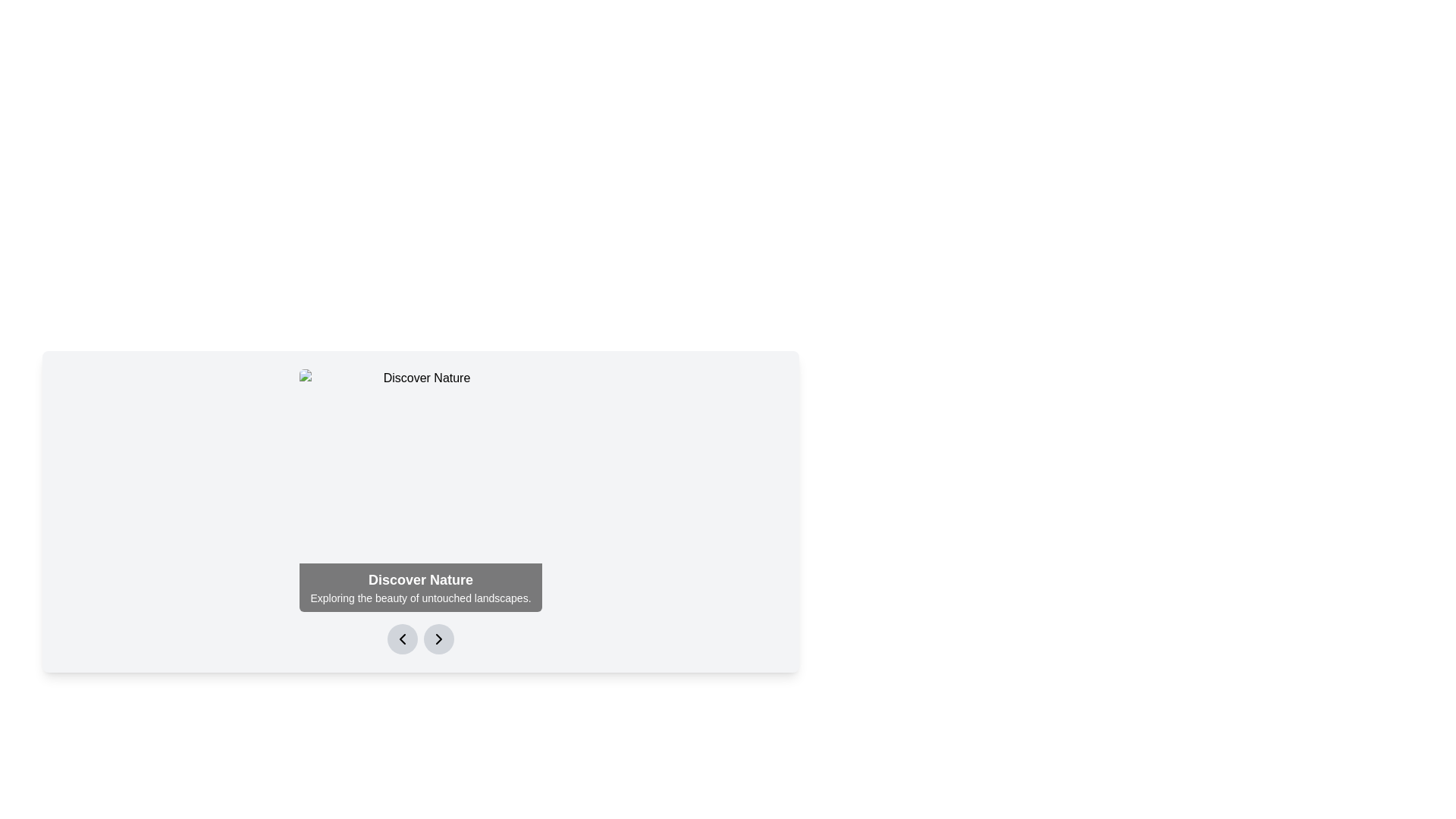 Image resolution: width=1456 pixels, height=819 pixels. Describe the element at coordinates (438, 639) in the screenshot. I see `the second circular button with a gray background and a black right arrow icon, located at the bottom of the 'Discover Nature' card to observe the visual feedback` at that location.